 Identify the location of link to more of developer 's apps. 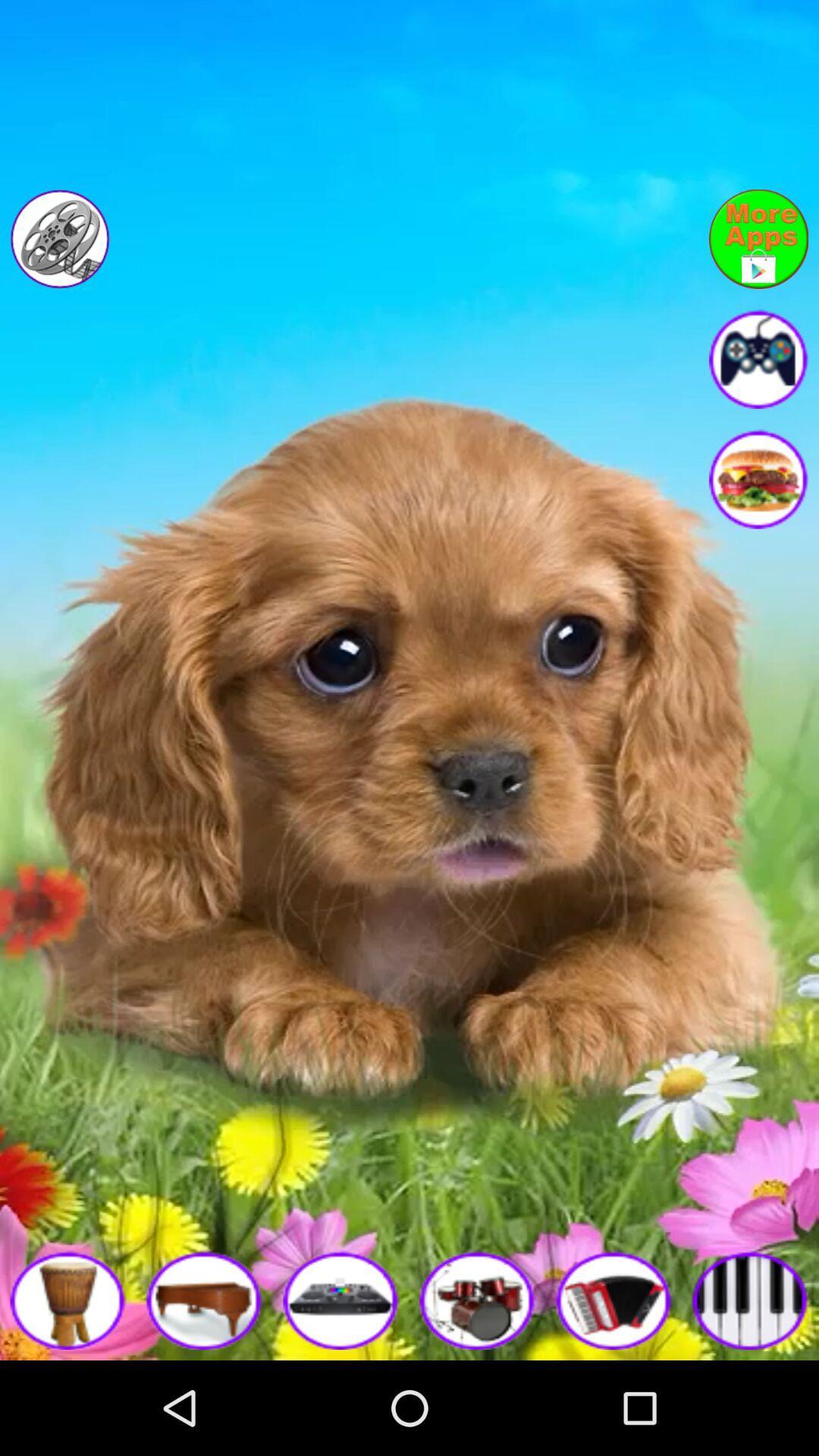
(758, 238).